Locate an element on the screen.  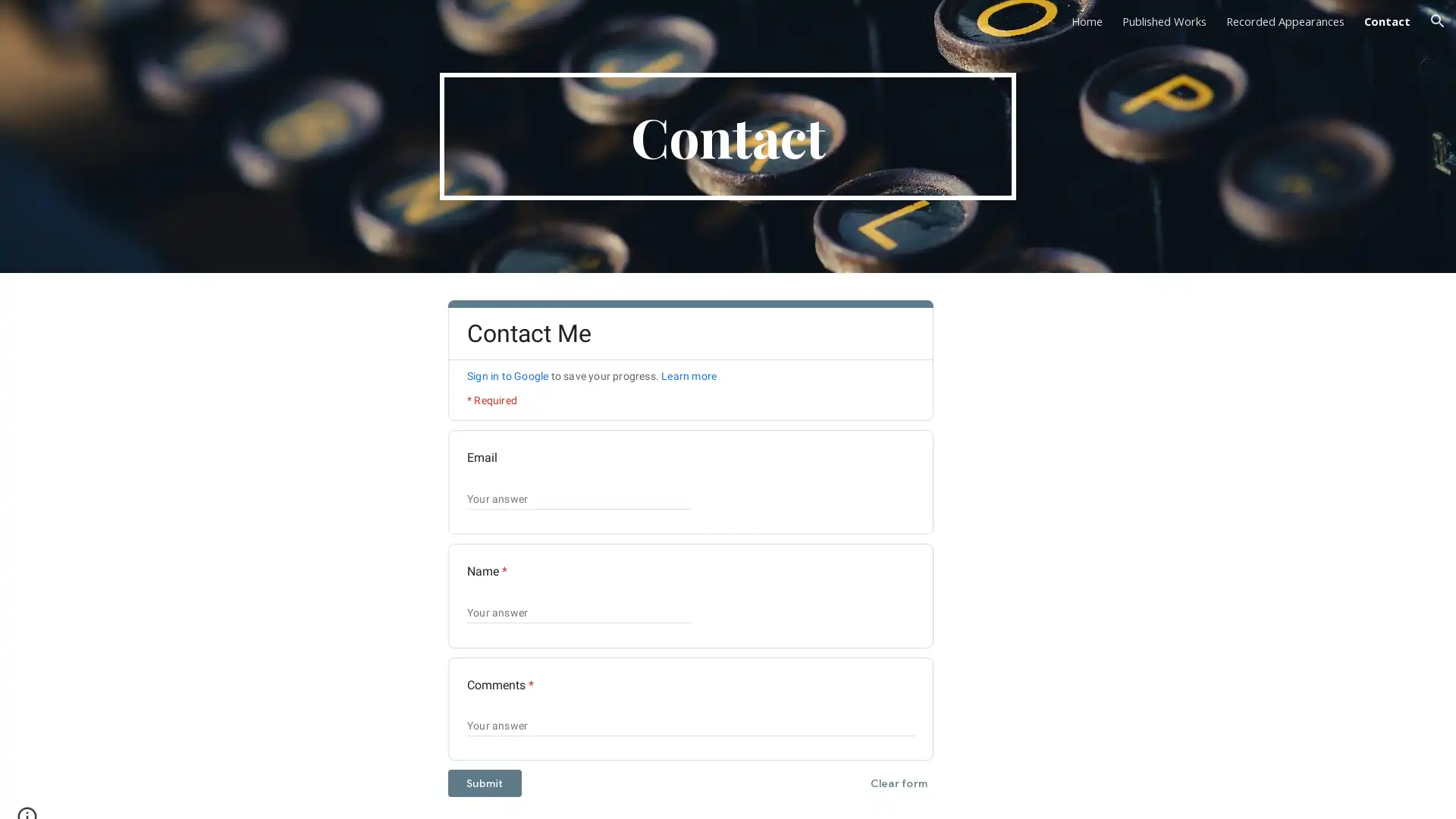
Report abuse is located at coordinates (139, 792).